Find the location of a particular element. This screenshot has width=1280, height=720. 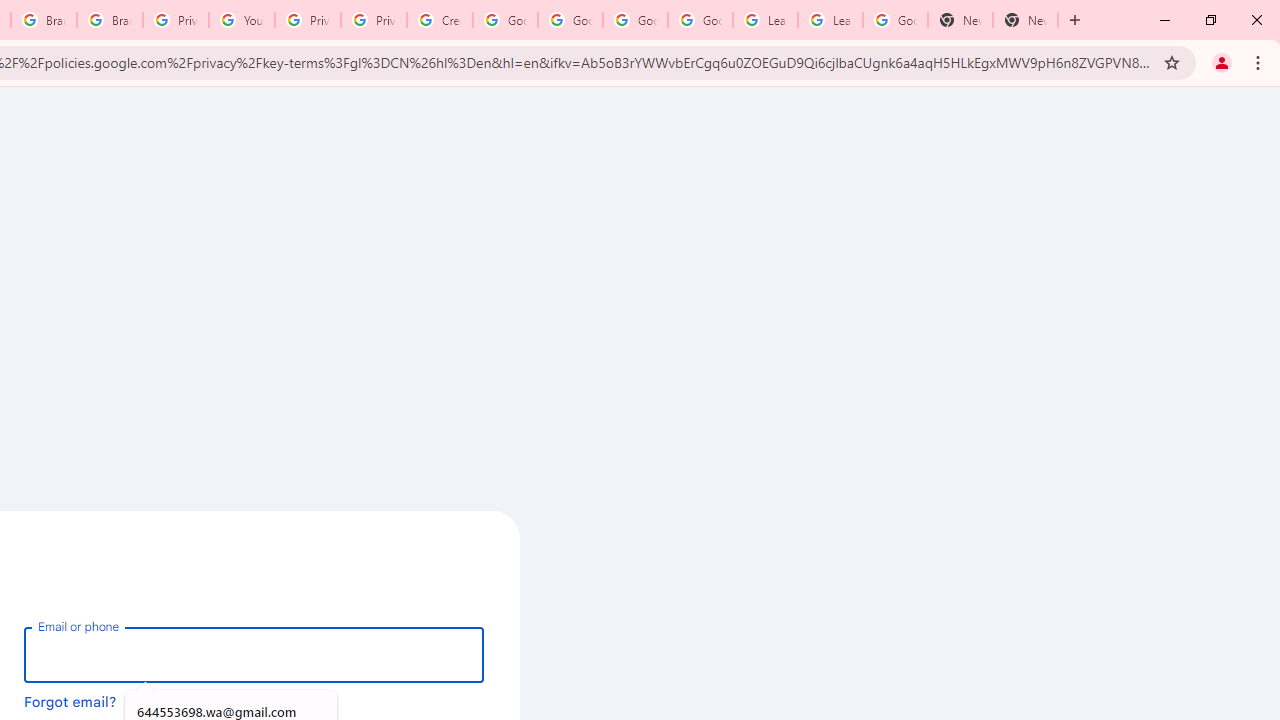

'Create your Google Account' is located at coordinates (439, 20).